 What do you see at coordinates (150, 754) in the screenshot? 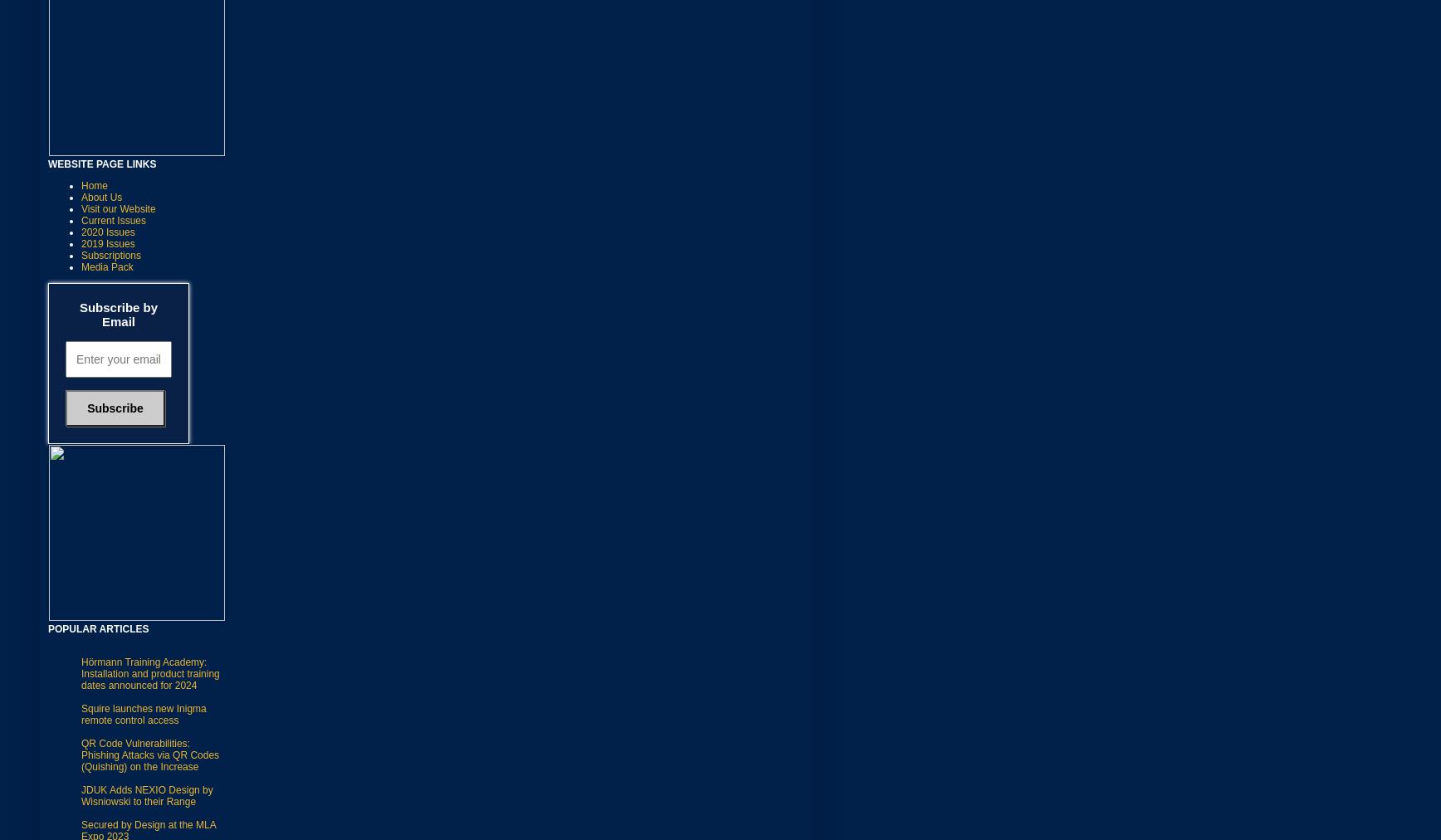
I see `'QR Code Vulnerabilities: Phishing Attacks via QR Codes (Quishing) on the Increase'` at bounding box center [150, 754].